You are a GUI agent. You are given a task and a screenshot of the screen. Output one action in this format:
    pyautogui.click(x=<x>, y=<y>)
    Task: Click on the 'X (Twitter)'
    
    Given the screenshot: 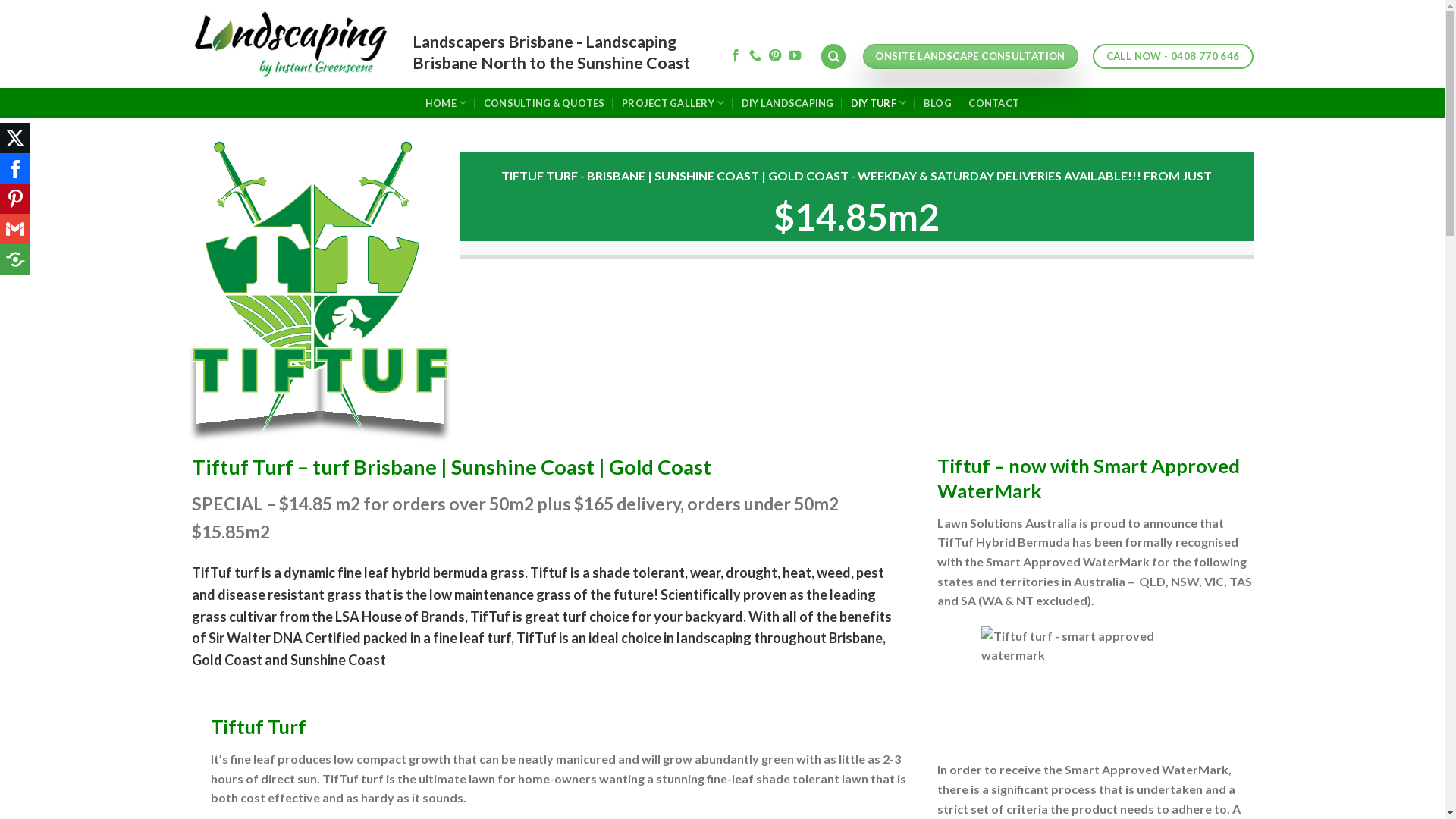 What is the action you would take?
    pyautogui.click(x=14, y=137)
    